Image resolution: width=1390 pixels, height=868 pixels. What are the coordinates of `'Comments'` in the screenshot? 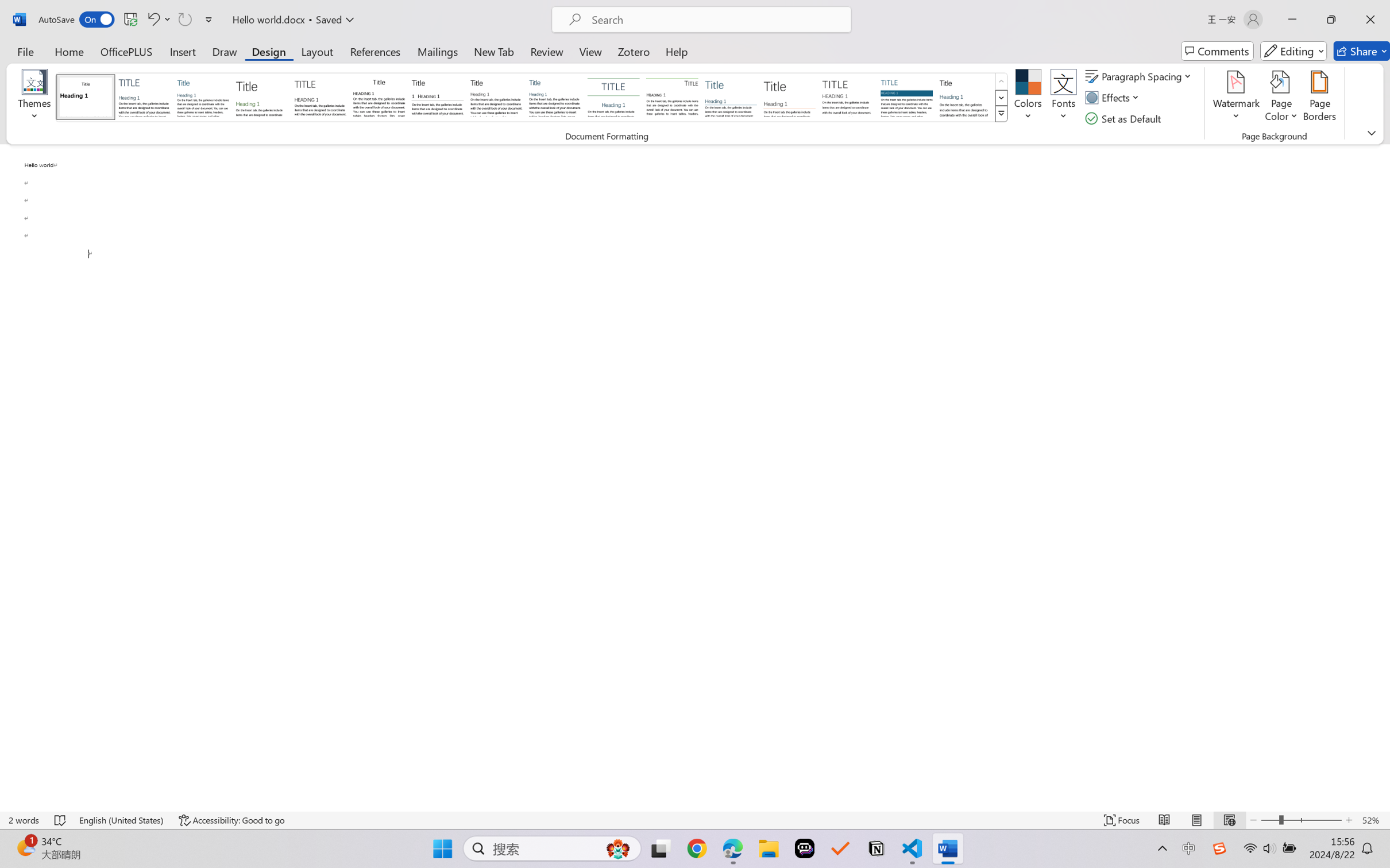 It's located at (1217, 51).